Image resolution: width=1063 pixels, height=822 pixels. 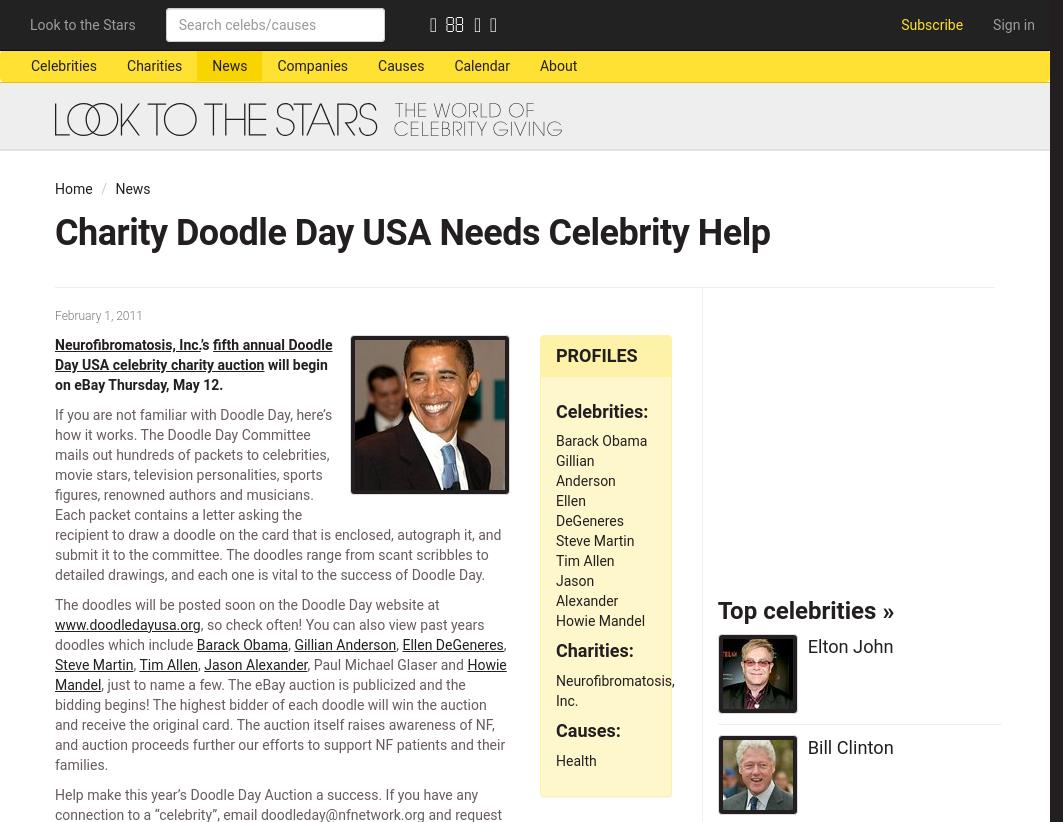 What do you see at coordinates (595, 353) in the screenshot?
I see `'Profiles'` at bounding box center [595, 353].